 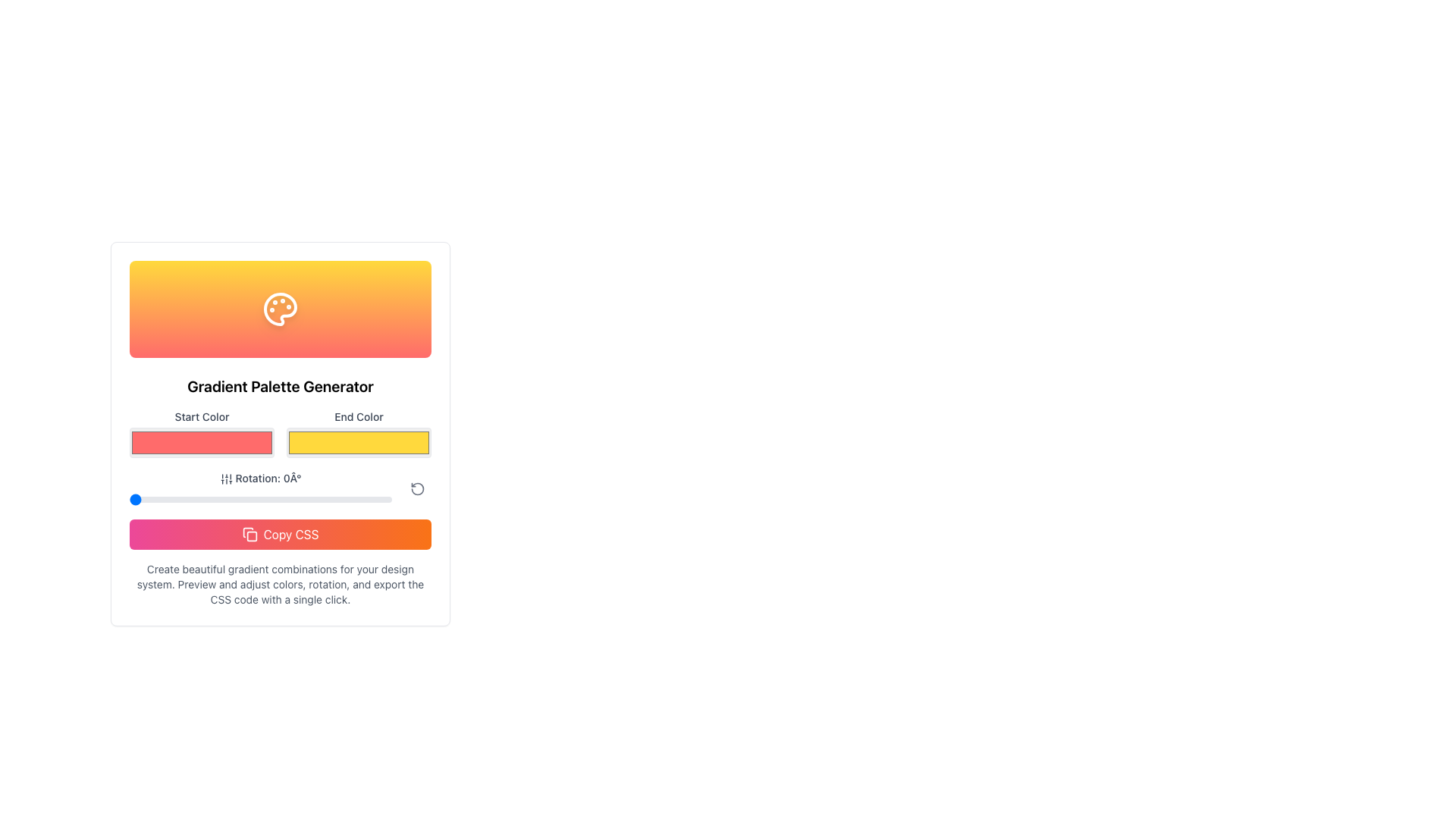 I want to click on rotation, so click(x=187, y=500).